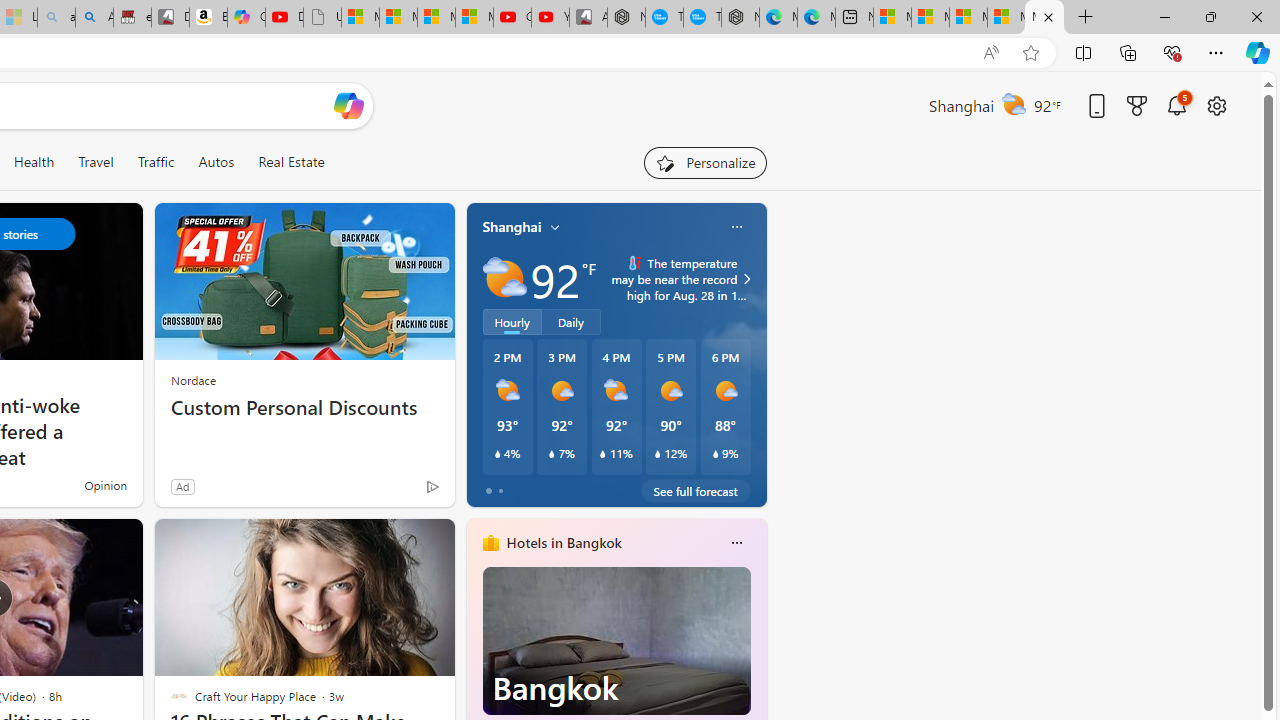 This screenshot has height=720, width=1280. I want to click on 'Copilot', so click(245, 17).